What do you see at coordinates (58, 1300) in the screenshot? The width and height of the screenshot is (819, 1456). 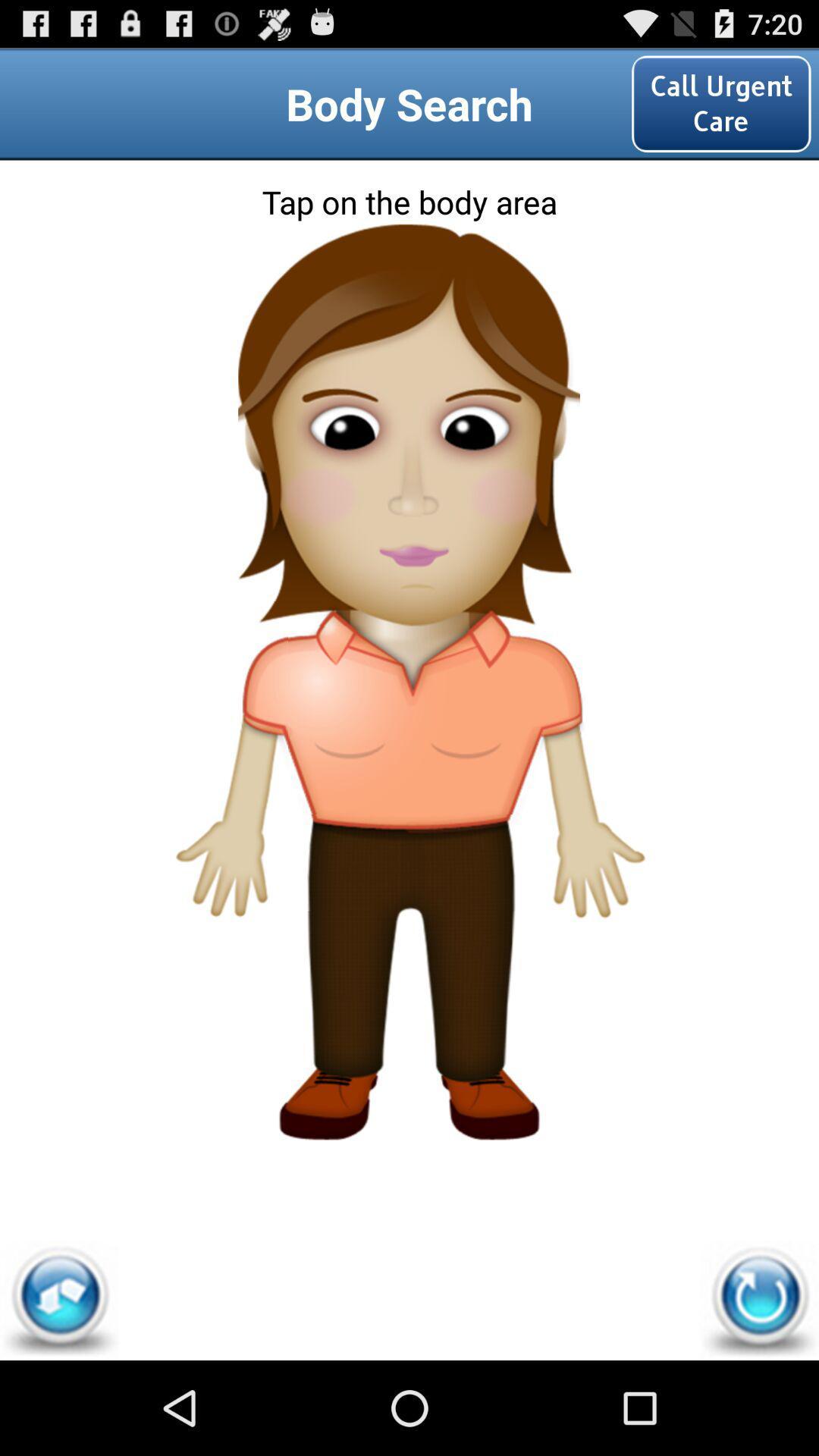 I see `icon below tap on the app` at bounding box center [58, 1300].